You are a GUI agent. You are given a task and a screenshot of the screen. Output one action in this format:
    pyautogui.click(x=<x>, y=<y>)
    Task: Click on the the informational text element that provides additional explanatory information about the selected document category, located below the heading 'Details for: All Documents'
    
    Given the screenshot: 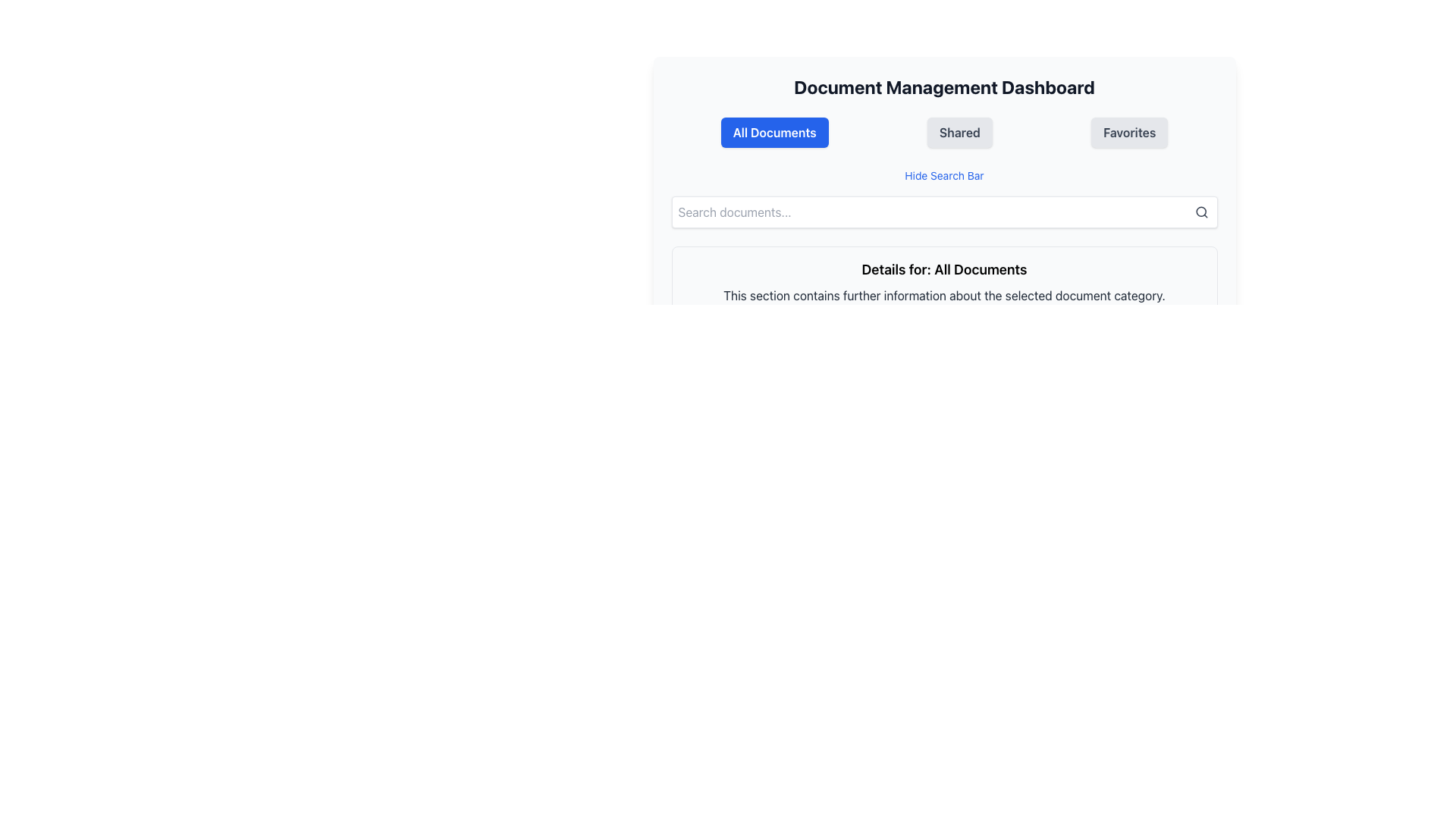 What is the action you would take?
    pyautogui.click(x=943, y=295)
    